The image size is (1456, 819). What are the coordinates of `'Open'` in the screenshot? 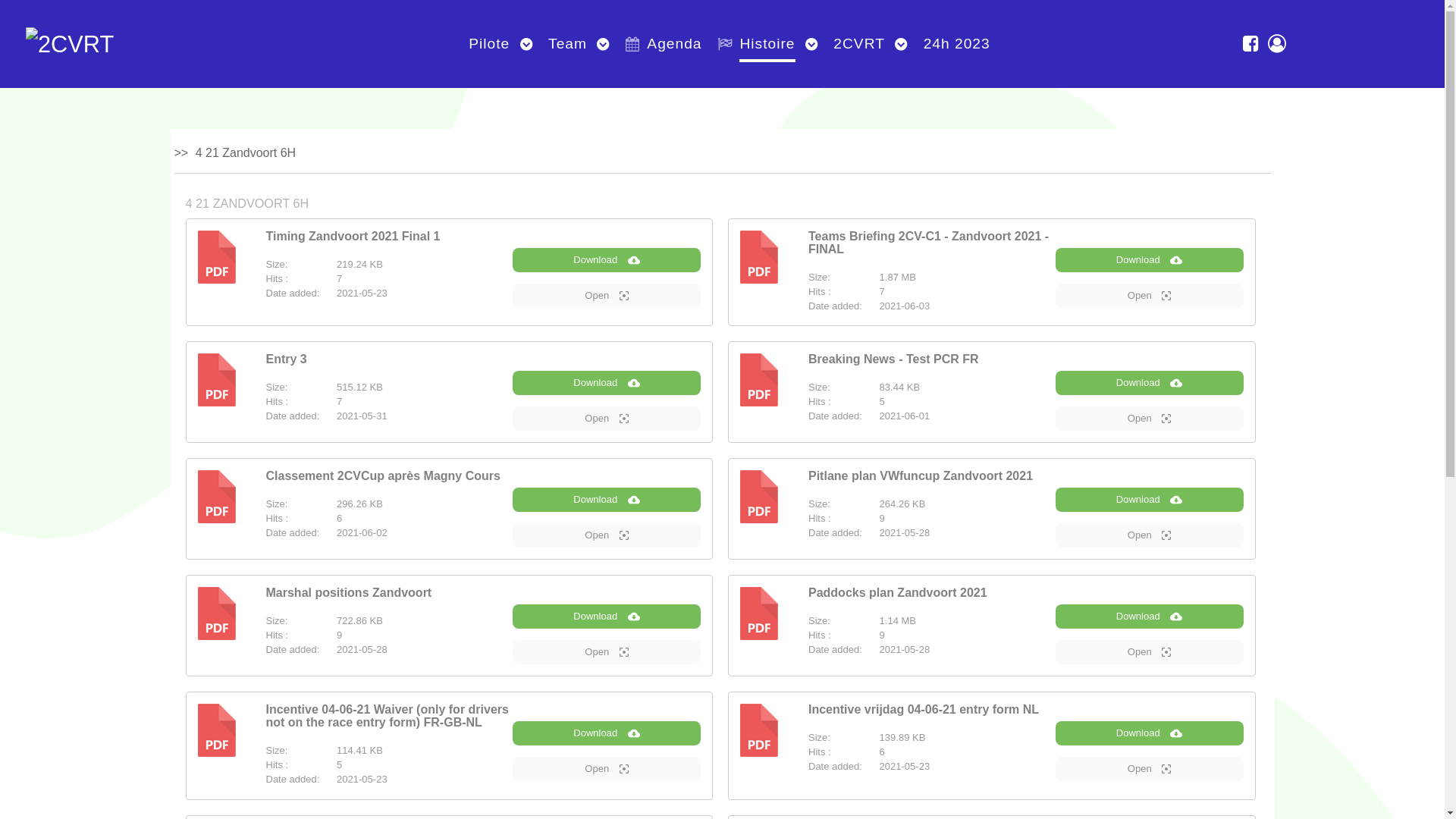 It's located at (607, 418).